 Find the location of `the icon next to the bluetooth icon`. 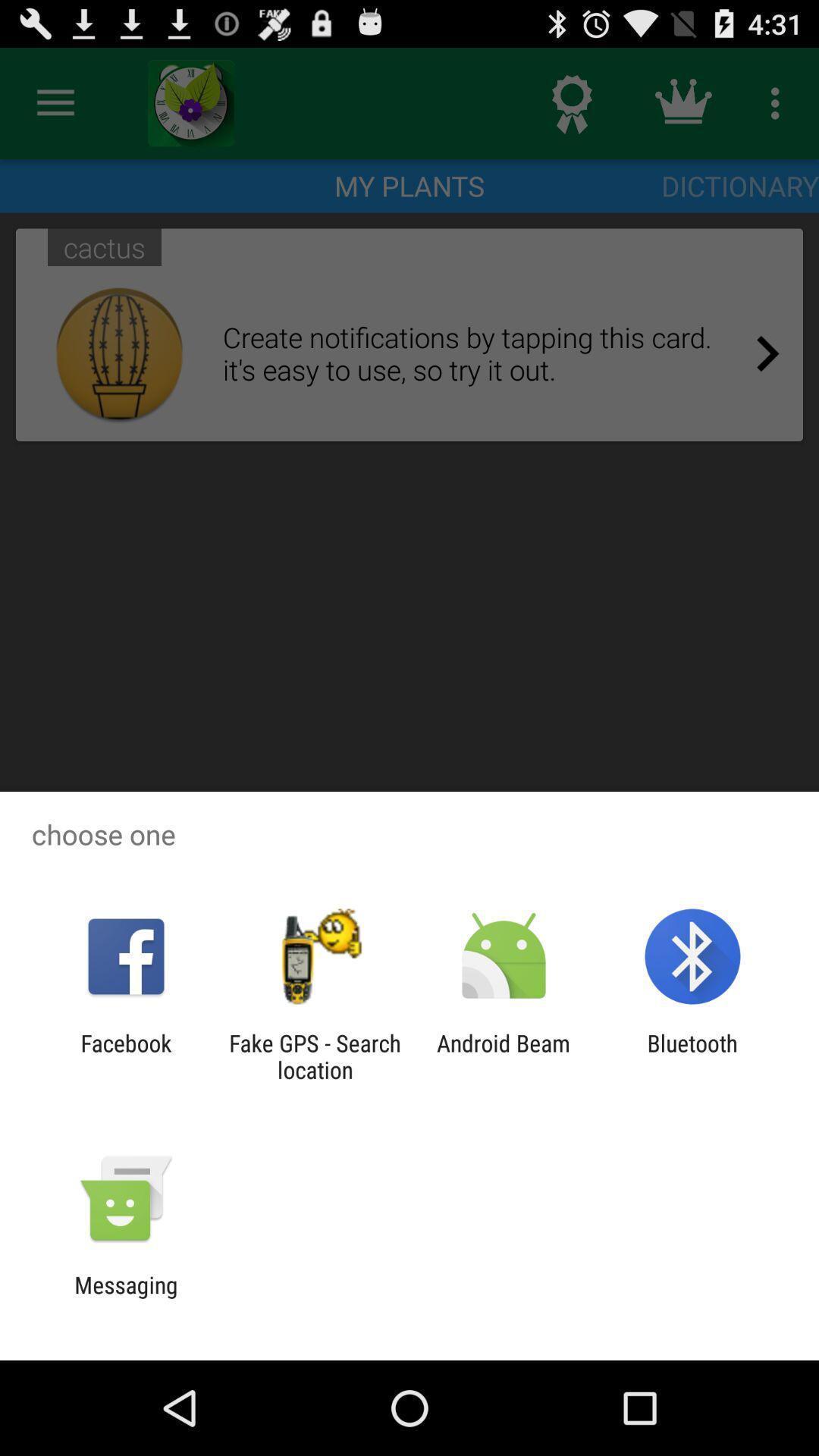

the icon next to the bluetooth icon is located at coordinates (504, 1056).